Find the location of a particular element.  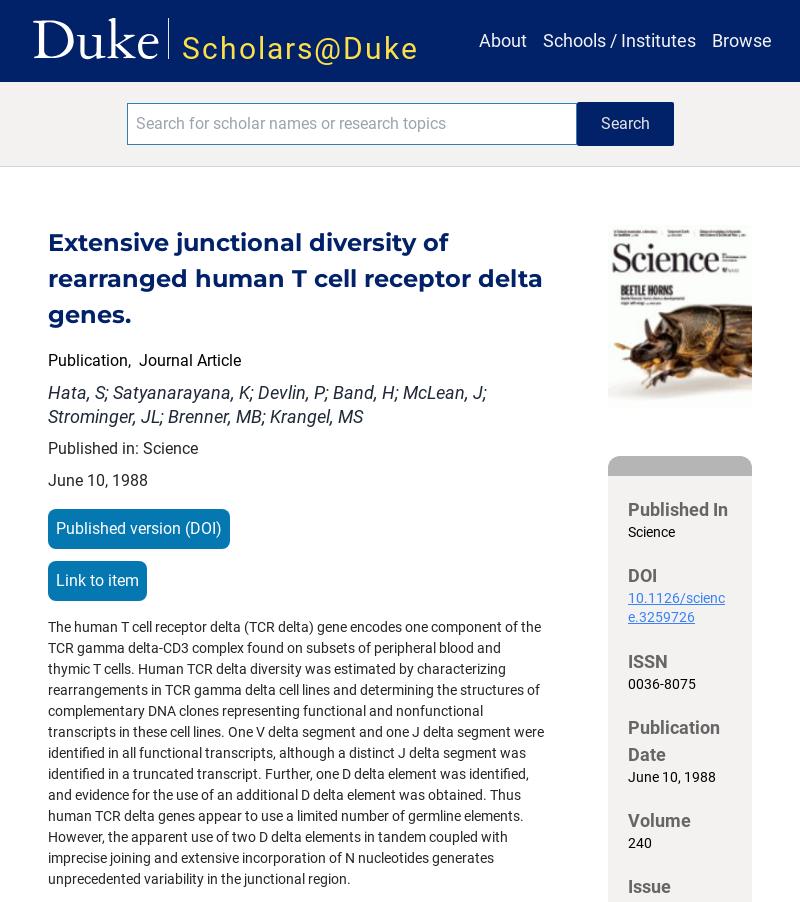

'Published In' is located at coordinates (678, 508).